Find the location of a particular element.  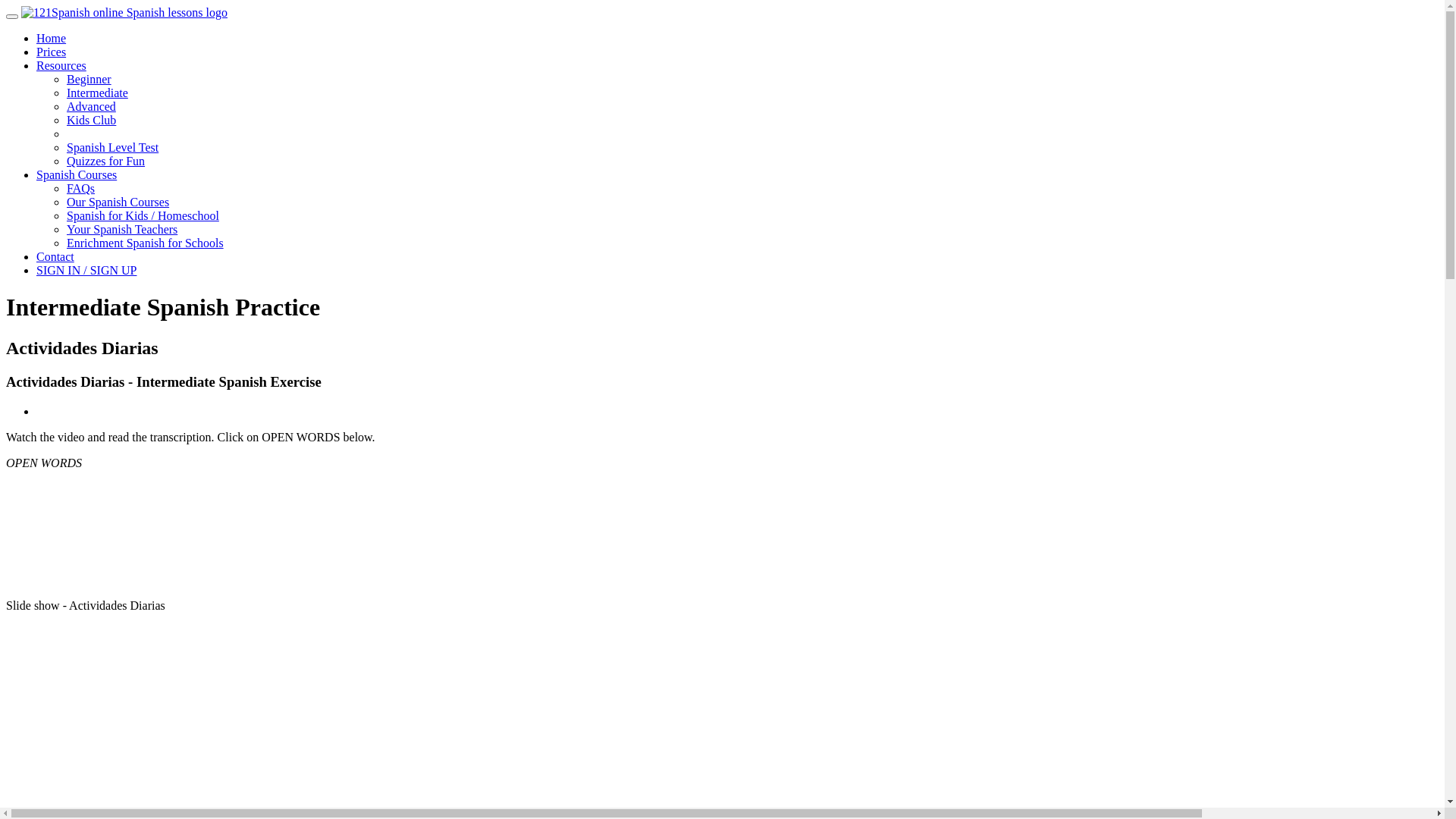

'Resources' is located at coordinates (61, 64).